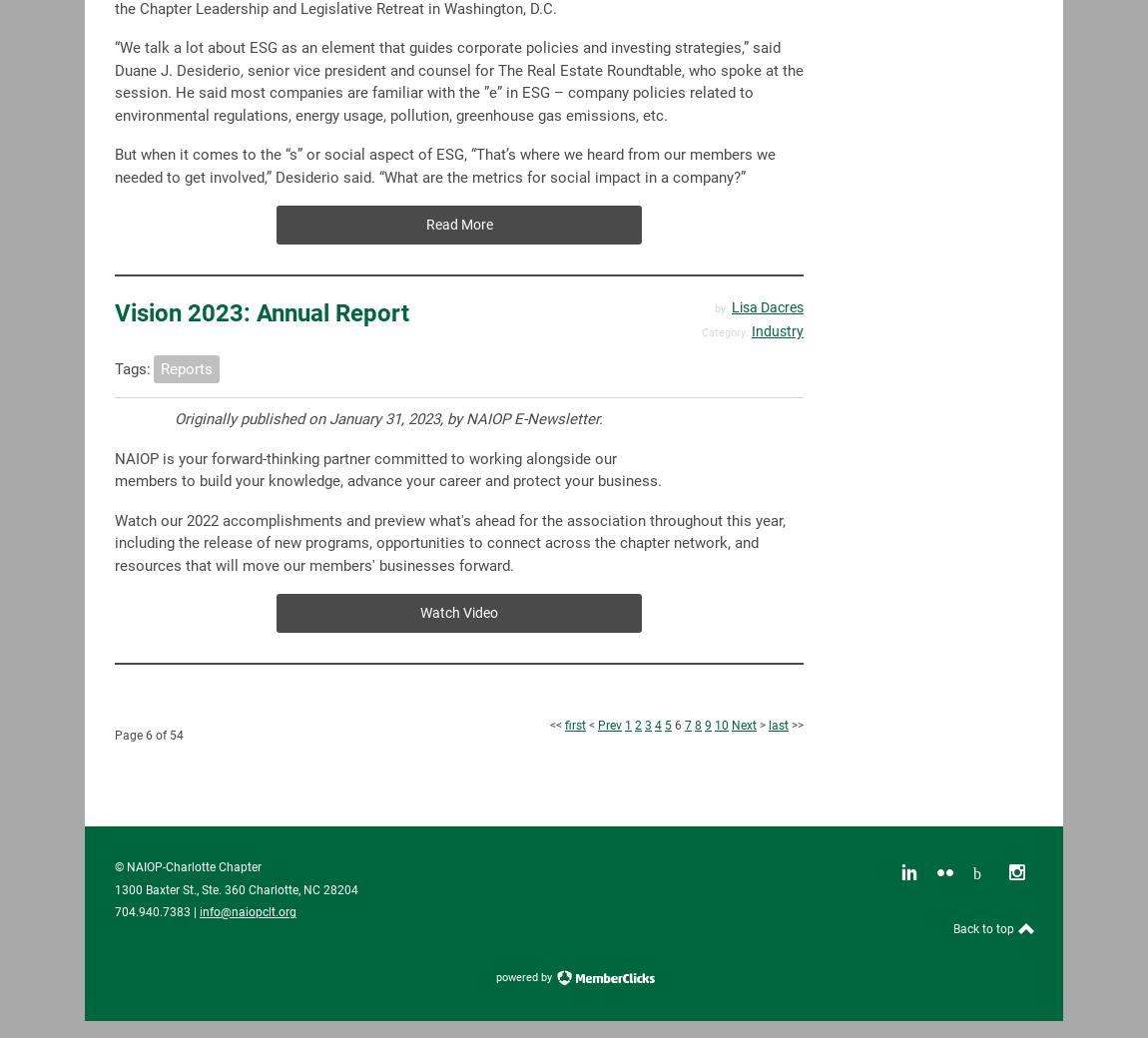 This screenshot has height=1038, width=1148. I want to click on 'Lisa Dacres', so click(731, 305).